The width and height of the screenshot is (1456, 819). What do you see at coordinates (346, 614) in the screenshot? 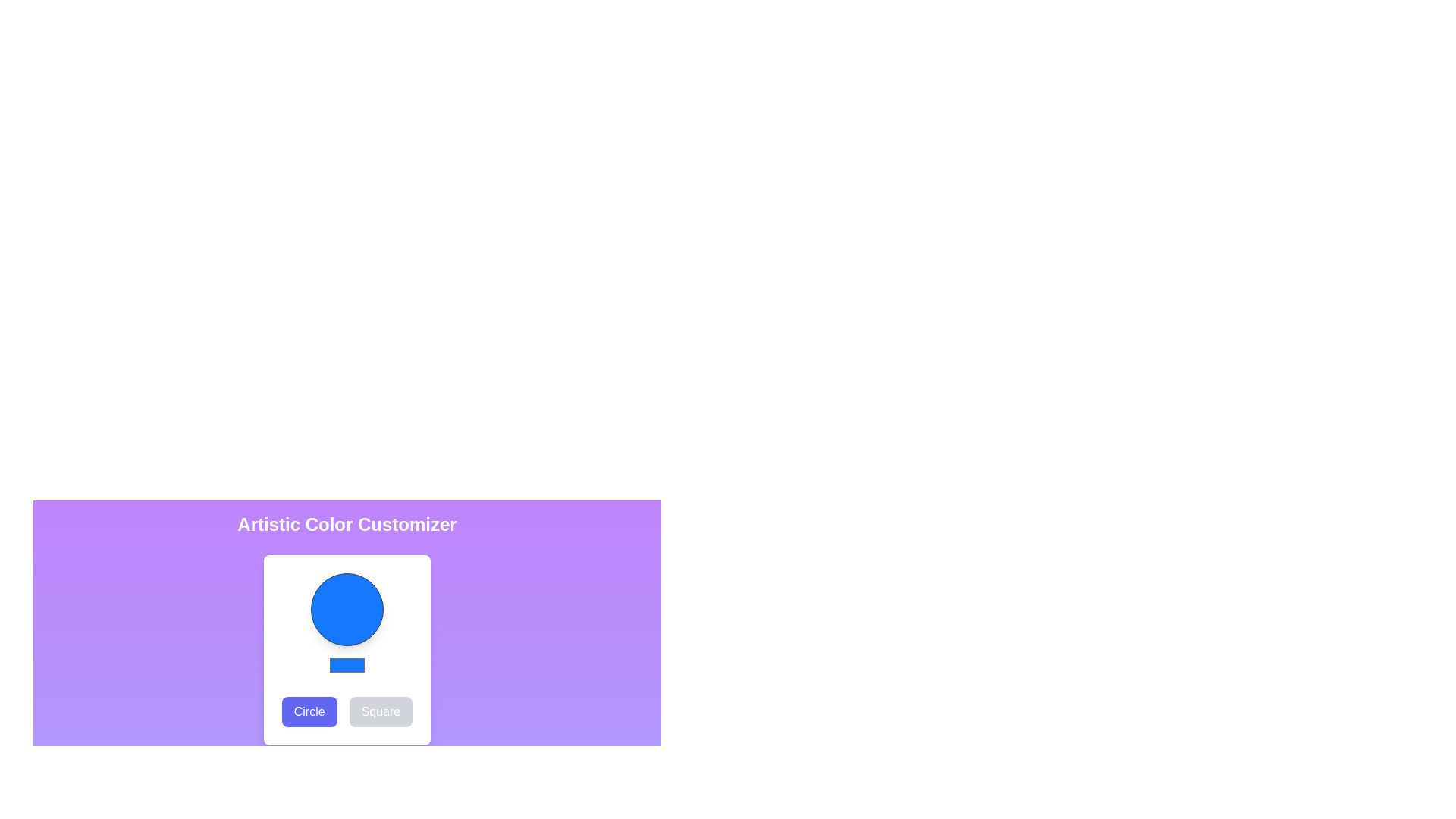
I see `the rounded blue color picker button located on the right side of its sibling elements, below a larger circular button and above two rectangular buttons labeled 'Circle' and 'Square'` at bounding box center [346, 614].